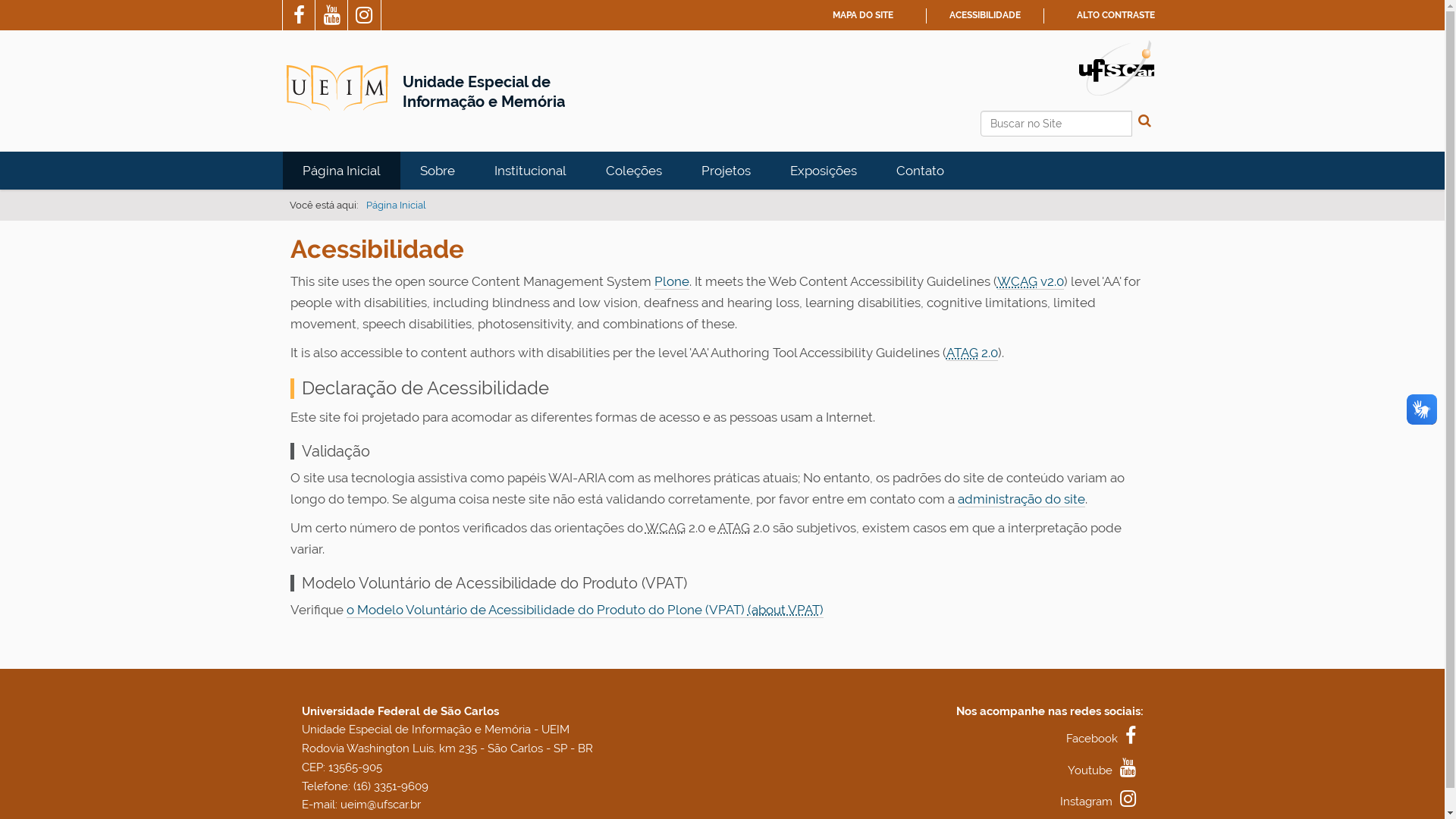 The height and width of the screenshot is (819, 1456). Describe the element at coordinates (670, 281) in the screenshot. I see `'Plone'` at that location.